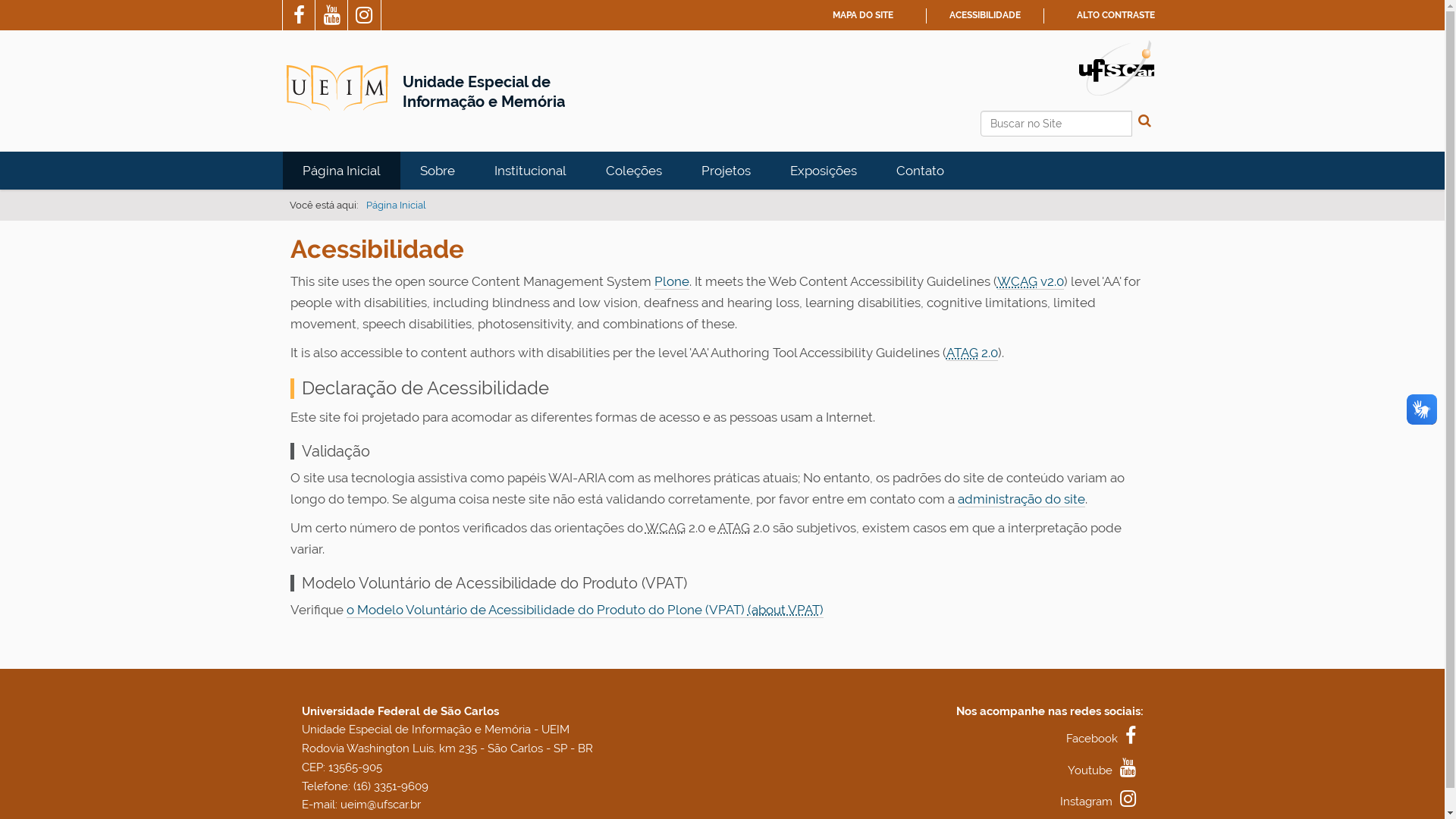 The height and width of the screenshot is (819, 1456). Describe the element at coordinates (670, 281) in the screenshot. I see `'Plone'` at that location.